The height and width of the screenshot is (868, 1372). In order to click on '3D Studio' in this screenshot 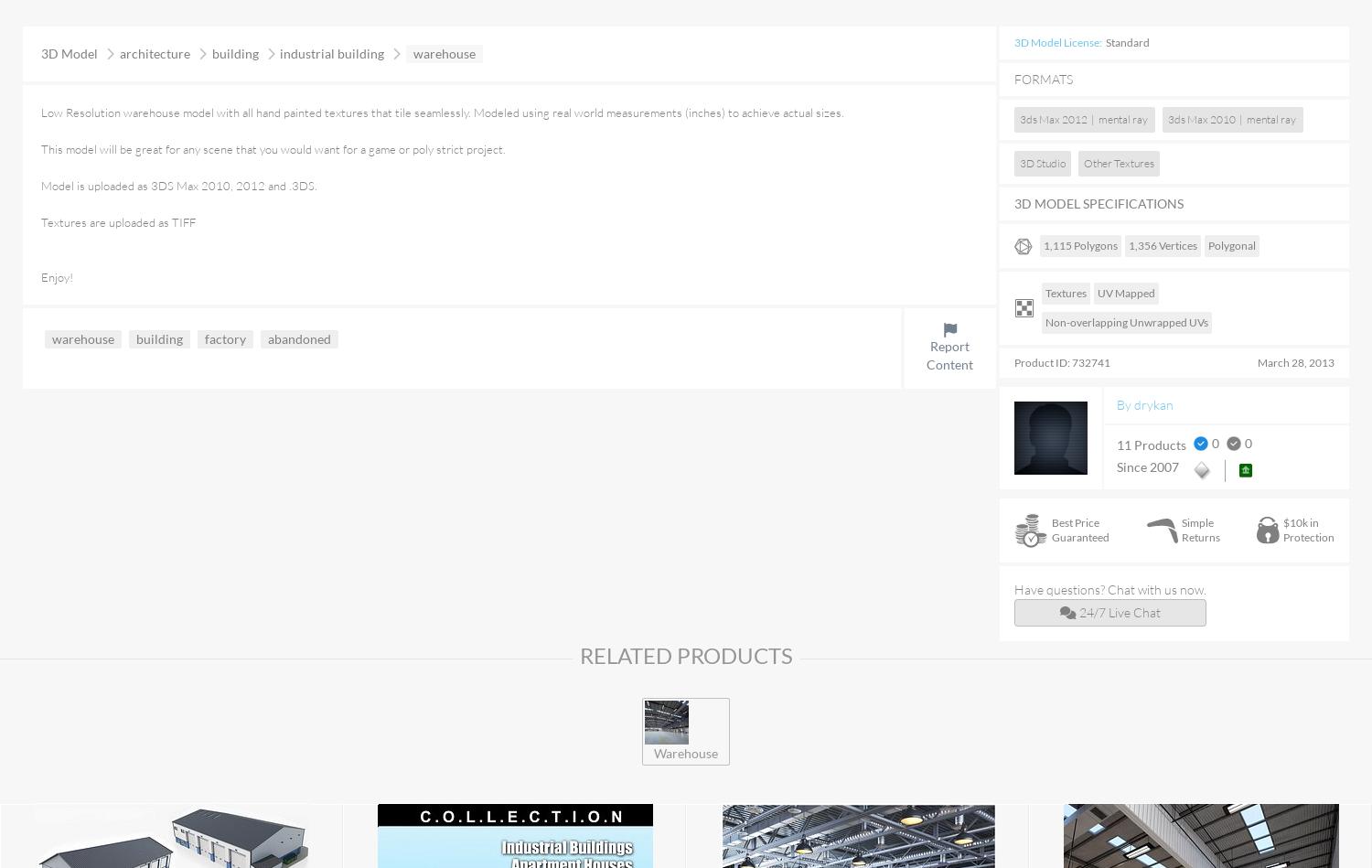, I will do `click(1043, 162)`.